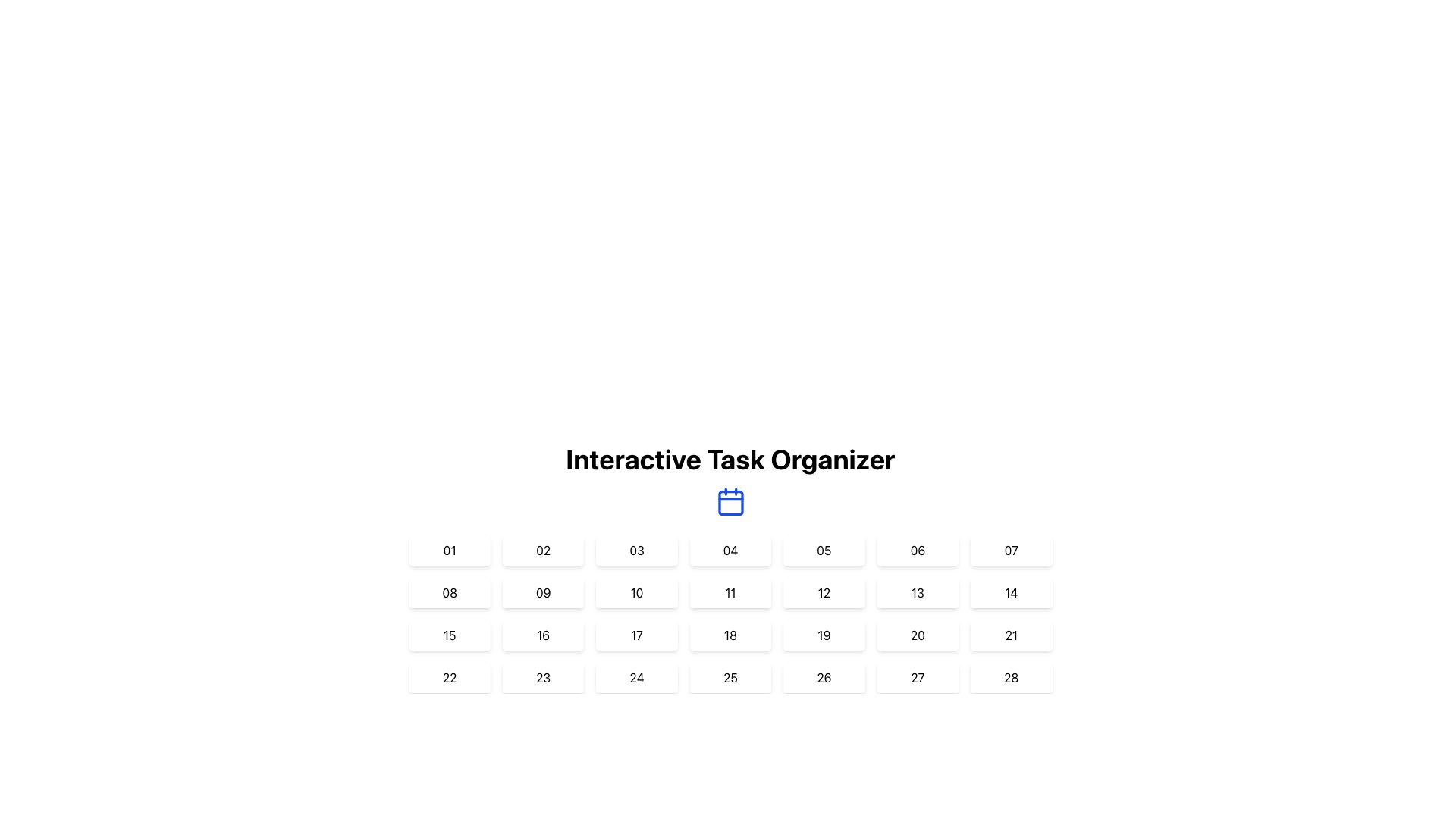 Image resolution: width=1456 pixels, height=819 pixels. I want to click on the highlighted date tile for the 18th day in the calendar grid, located in the third row and fourth column of the interactive task organizer, so click(730, 635).